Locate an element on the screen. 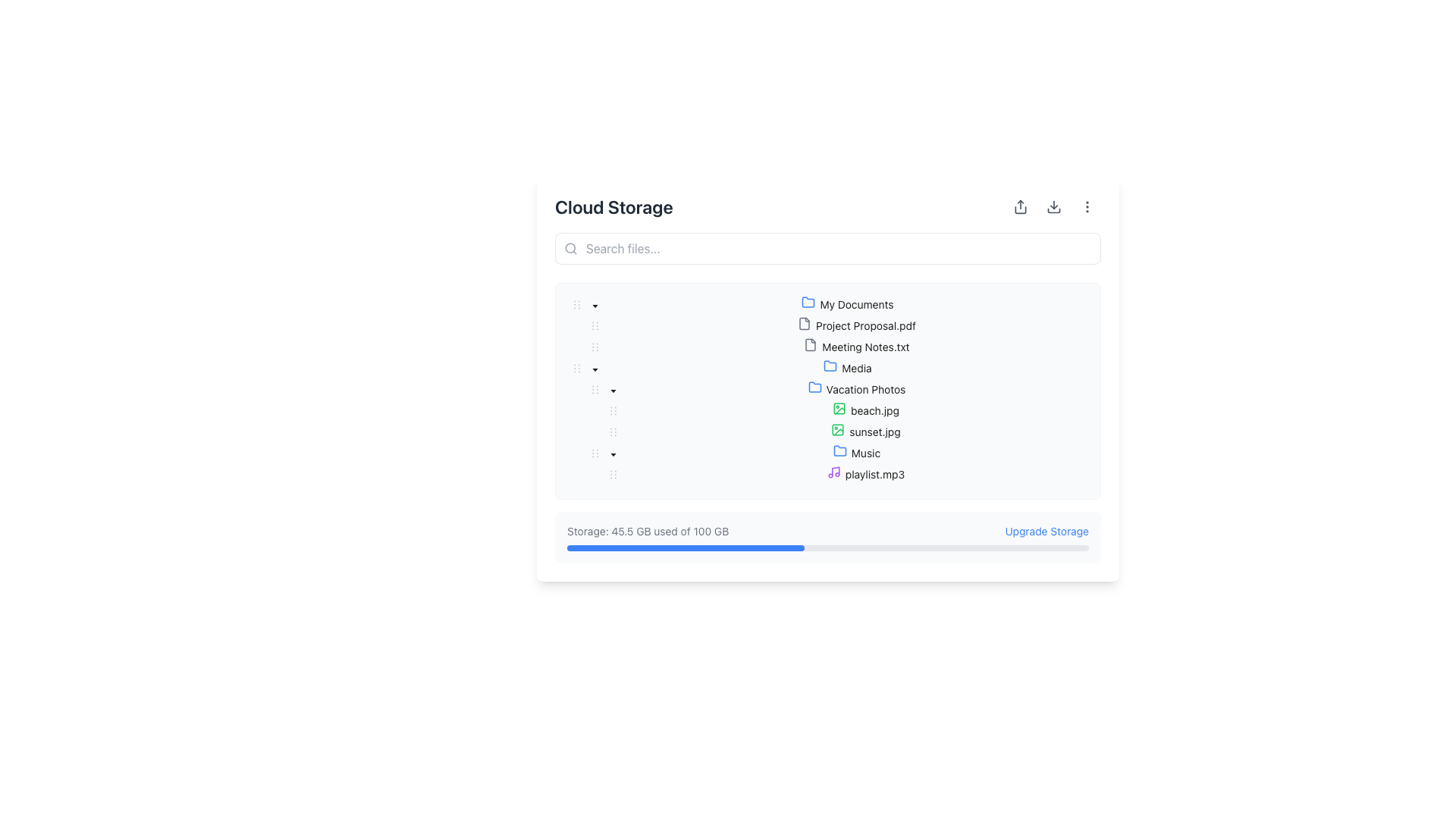 The image size is (1456, 819). the middle button in the horizontal group of three buttons to initiate a download action for the displayed content is located at coordinates (1053, 207).